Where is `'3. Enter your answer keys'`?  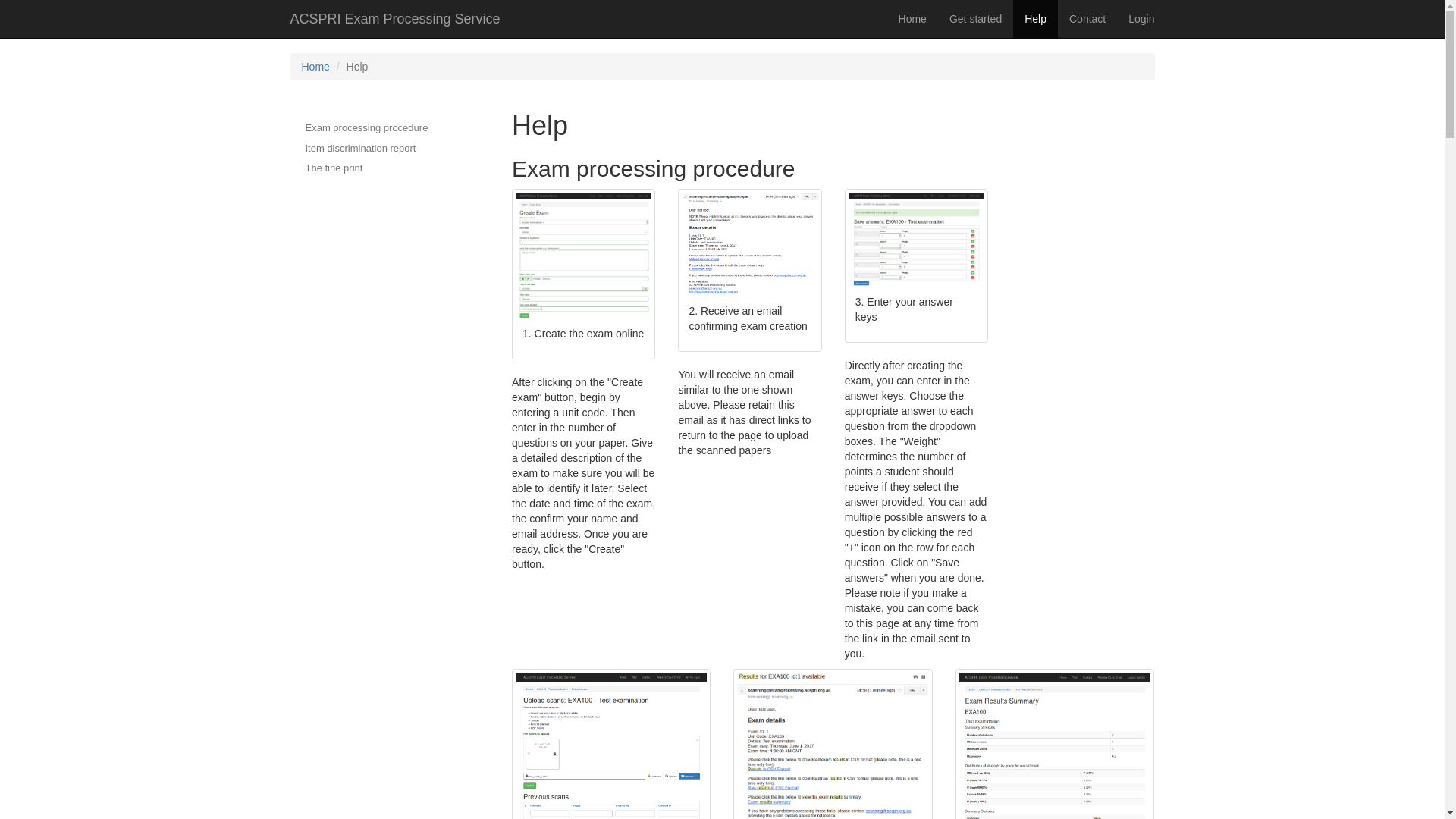
'3. Enter your answer keys' is located at coordinates (847, 265).